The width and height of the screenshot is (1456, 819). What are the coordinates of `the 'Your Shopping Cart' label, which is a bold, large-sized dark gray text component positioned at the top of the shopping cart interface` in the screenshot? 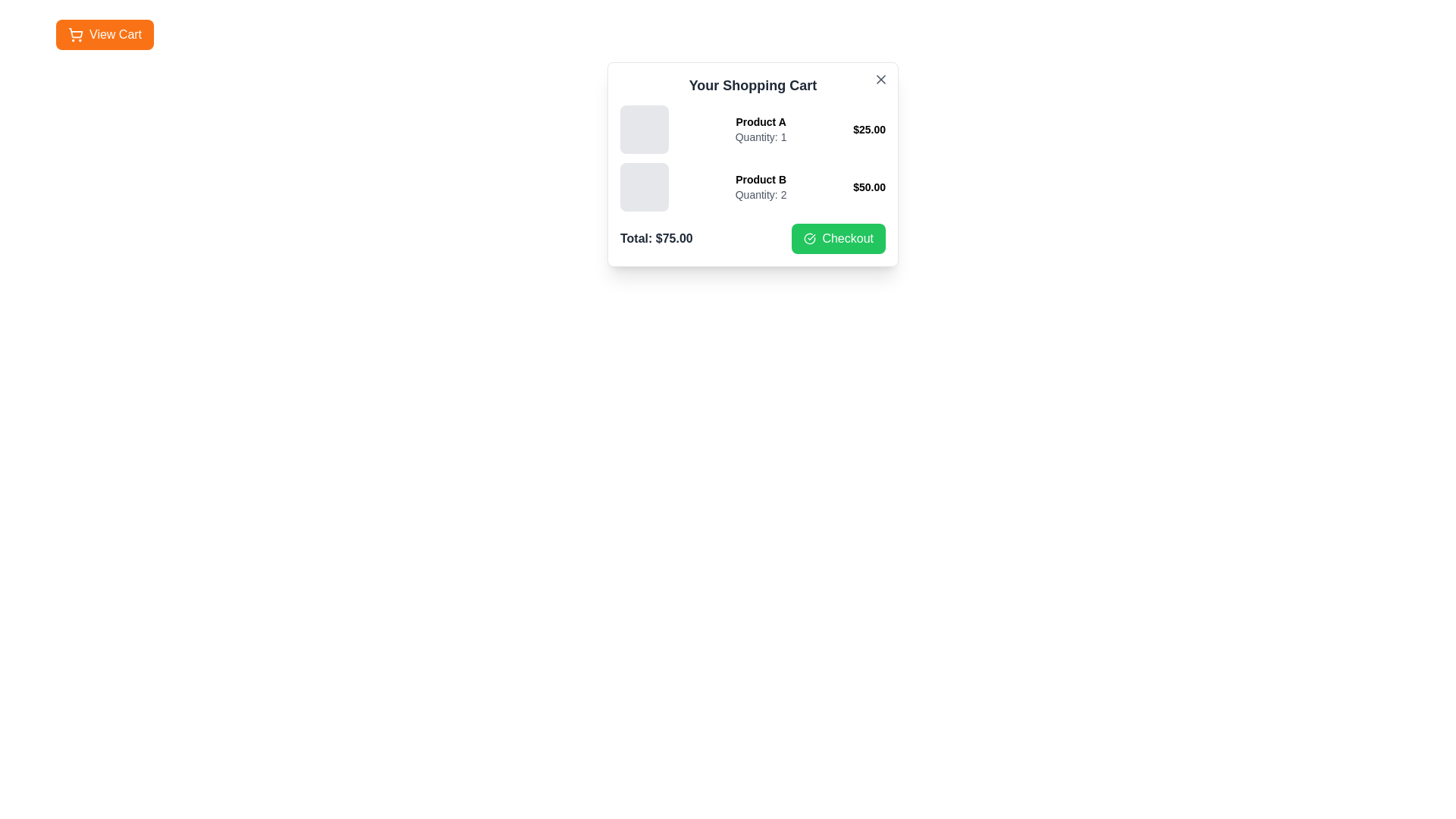 It's located at (753, 85).